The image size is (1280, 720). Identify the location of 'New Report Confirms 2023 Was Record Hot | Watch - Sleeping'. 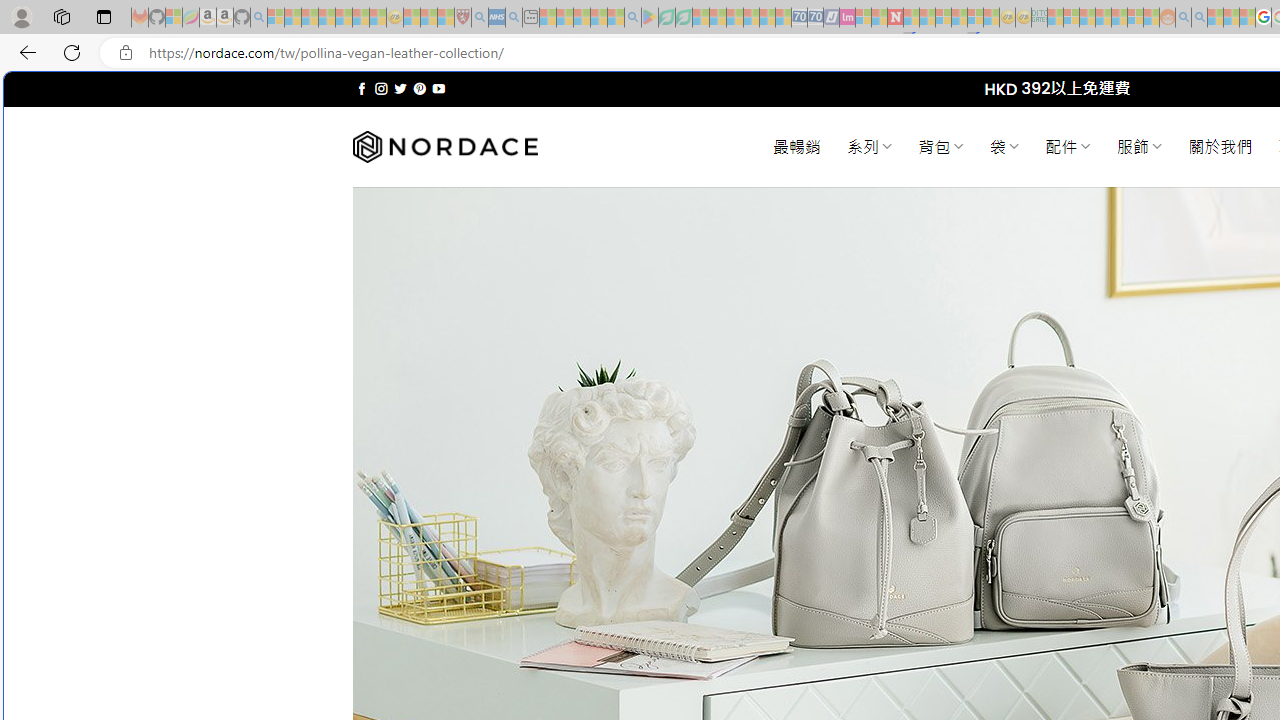
(343, 17).